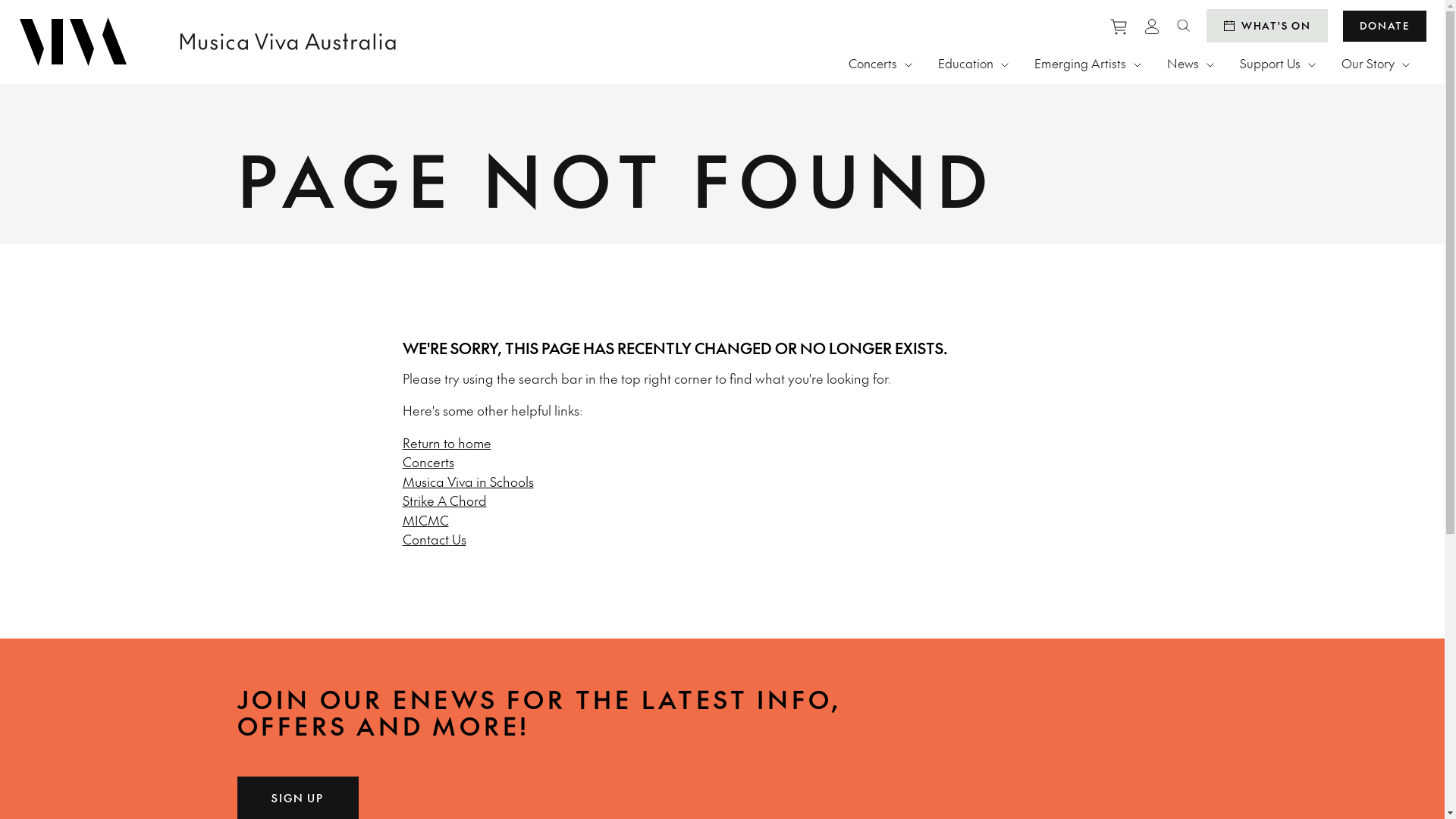 This screenshot has height=819, width=1456. I want to click on 'View personal profile', so click(1143, 26).